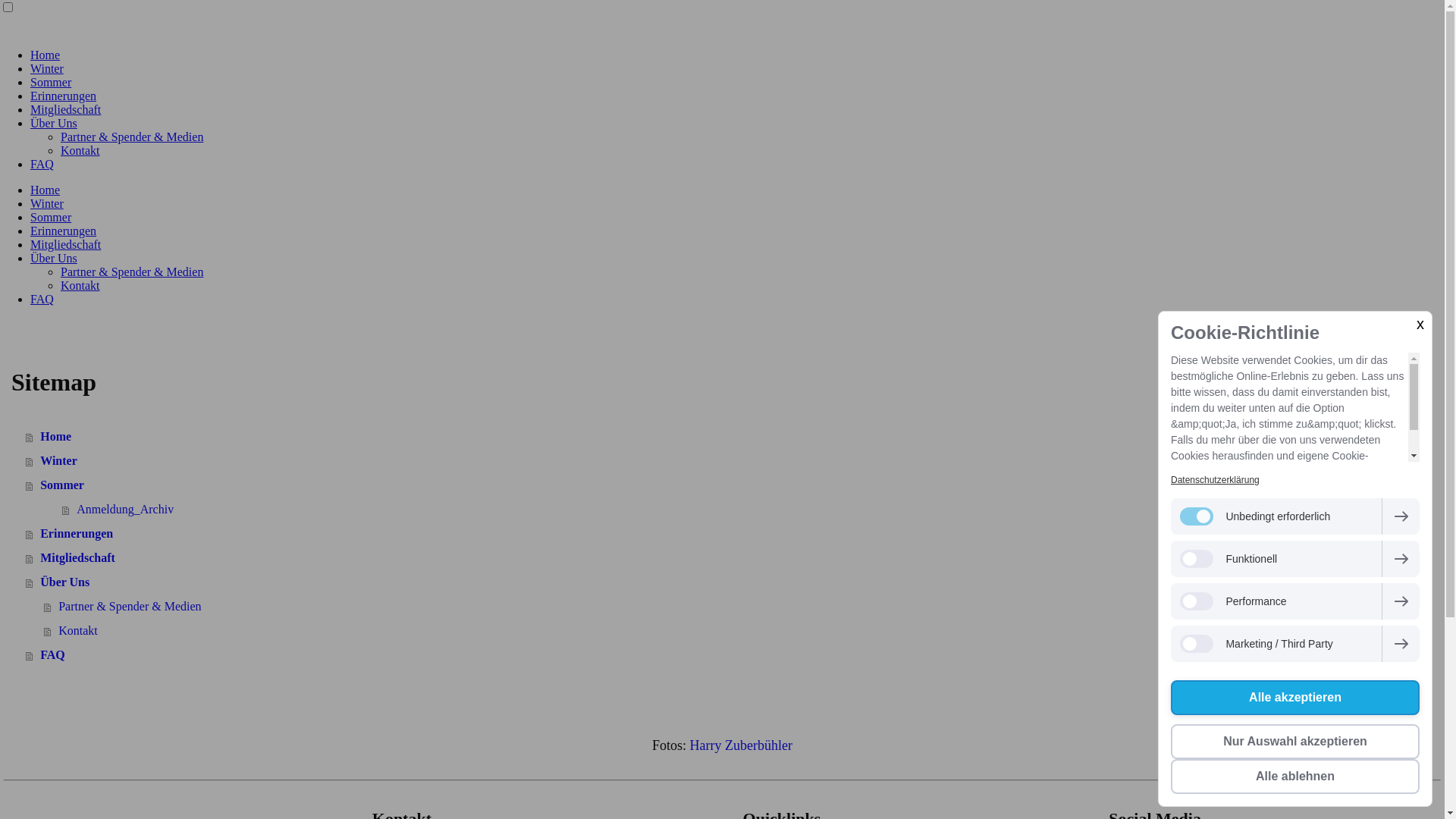 This screenshot has height=819, width=1456. What do you see at coordinates (1294, 741) in the screenshot?
I see `'Nur Auswahl akzeptieren'` at bounding box center [1294, 741].